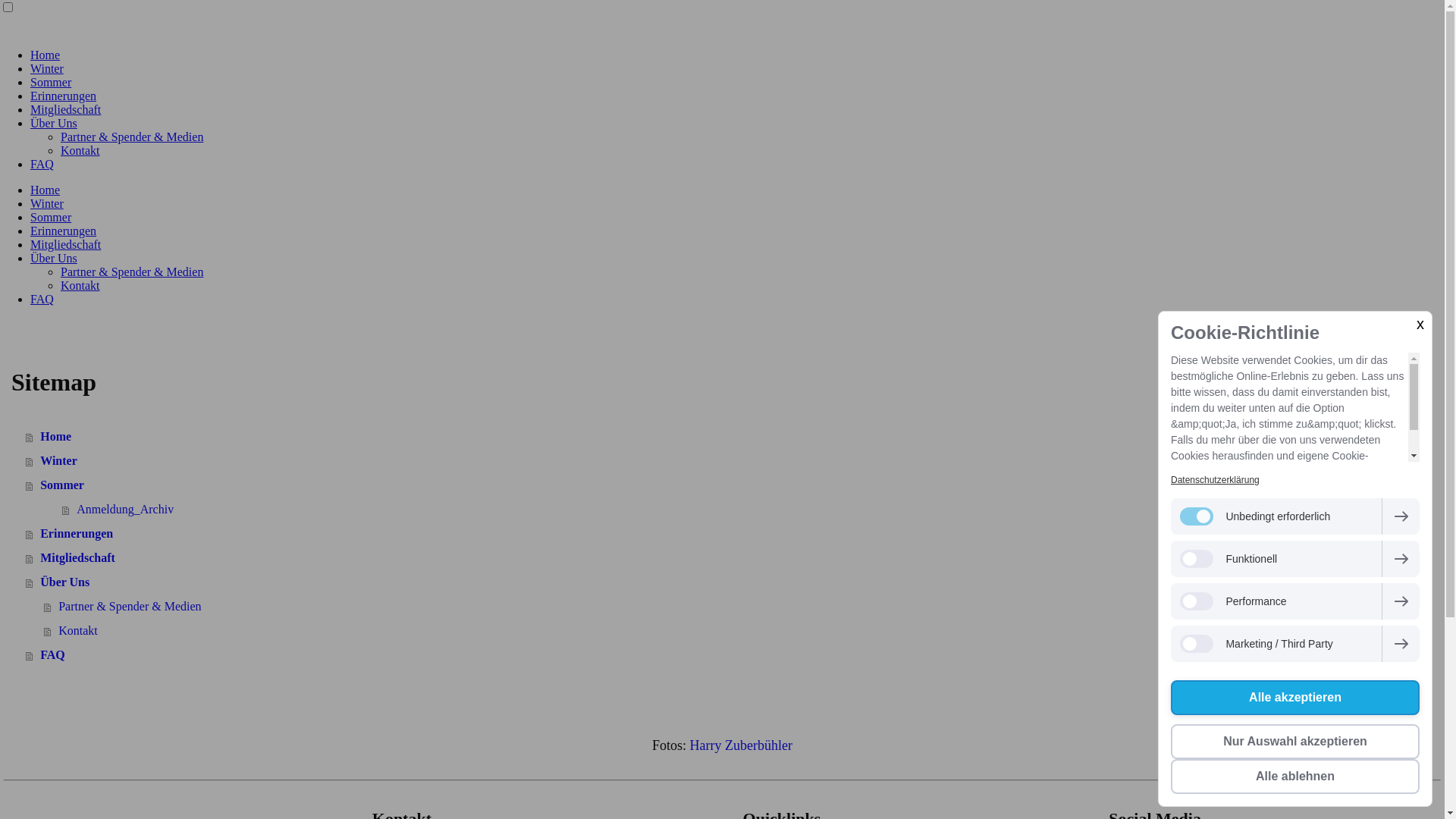 This screenshot has height=819, width=1456. What do you see at coordinates (1294, 741) in the screenshot?
I see `'Nur Auswahl akzeptieren'` at bounding box center [1294, 741].